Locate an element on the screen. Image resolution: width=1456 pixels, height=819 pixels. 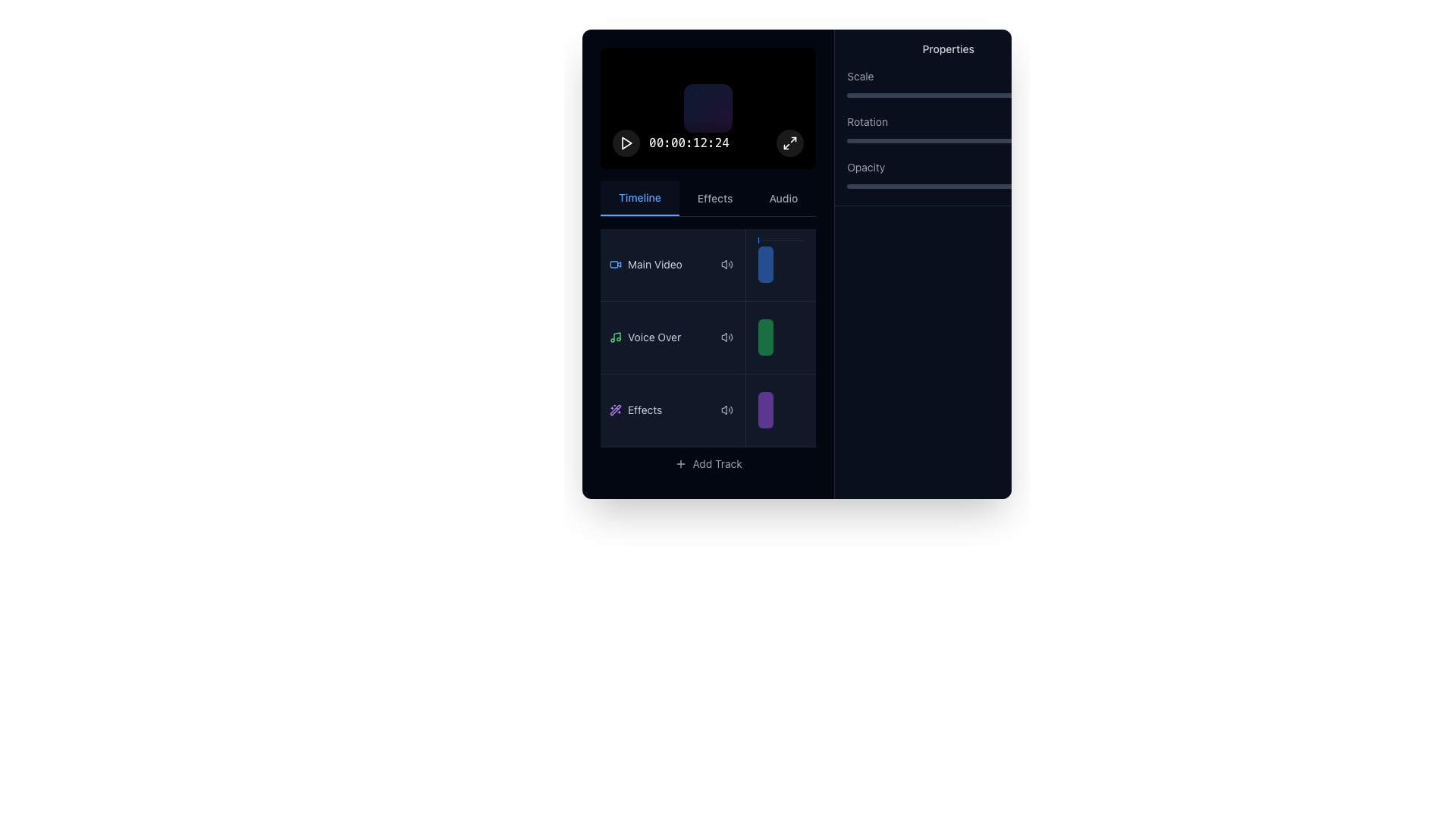
the volume control icon for the 'Main Video' track in the timeline section is located at coordinates (726, 263).